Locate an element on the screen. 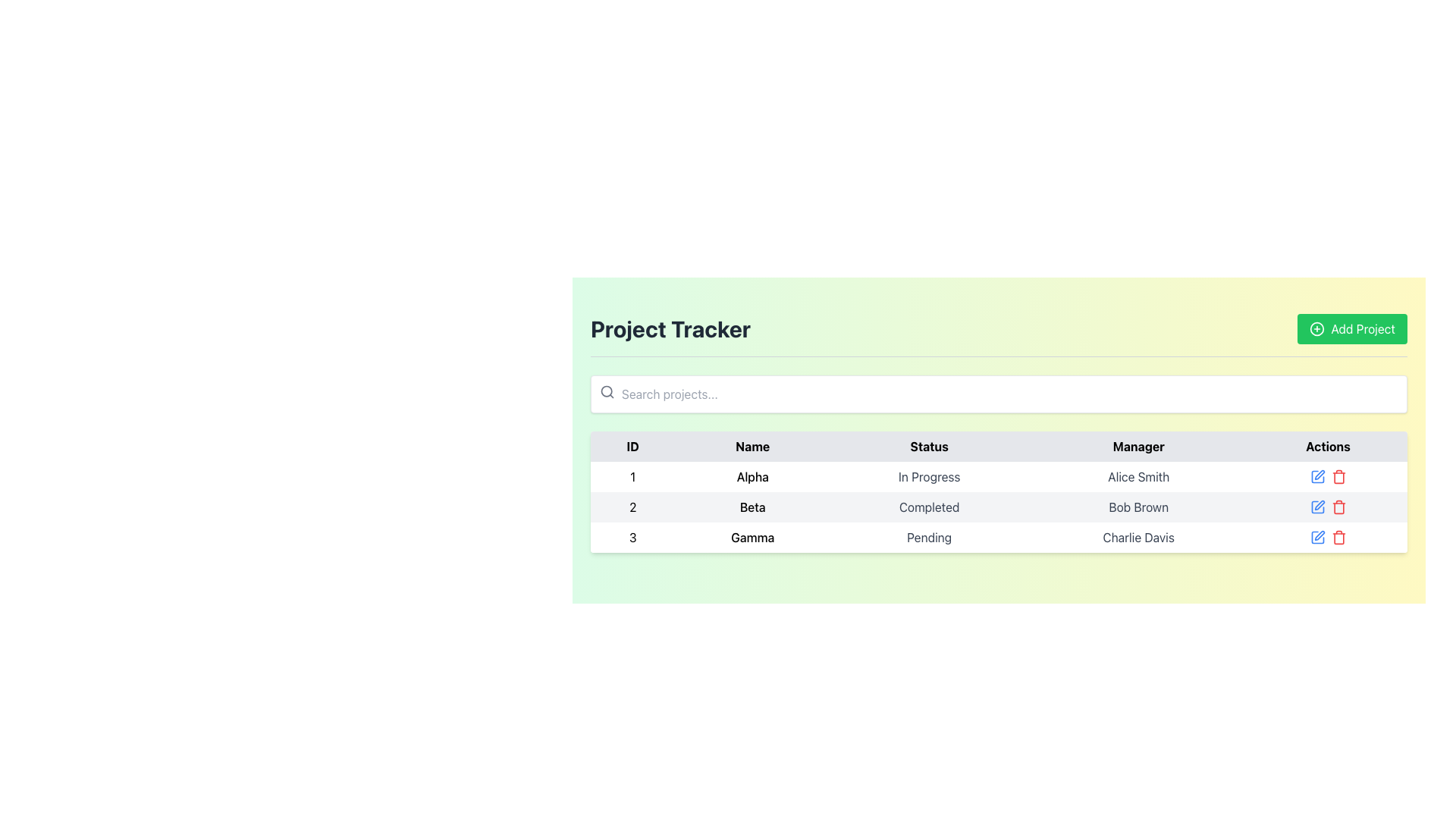  the trash can icon in the 'Actions' column, which is the last element in the row for 'Charlie Davis', symbolizing deletion is located at coordinates (1338, 538).